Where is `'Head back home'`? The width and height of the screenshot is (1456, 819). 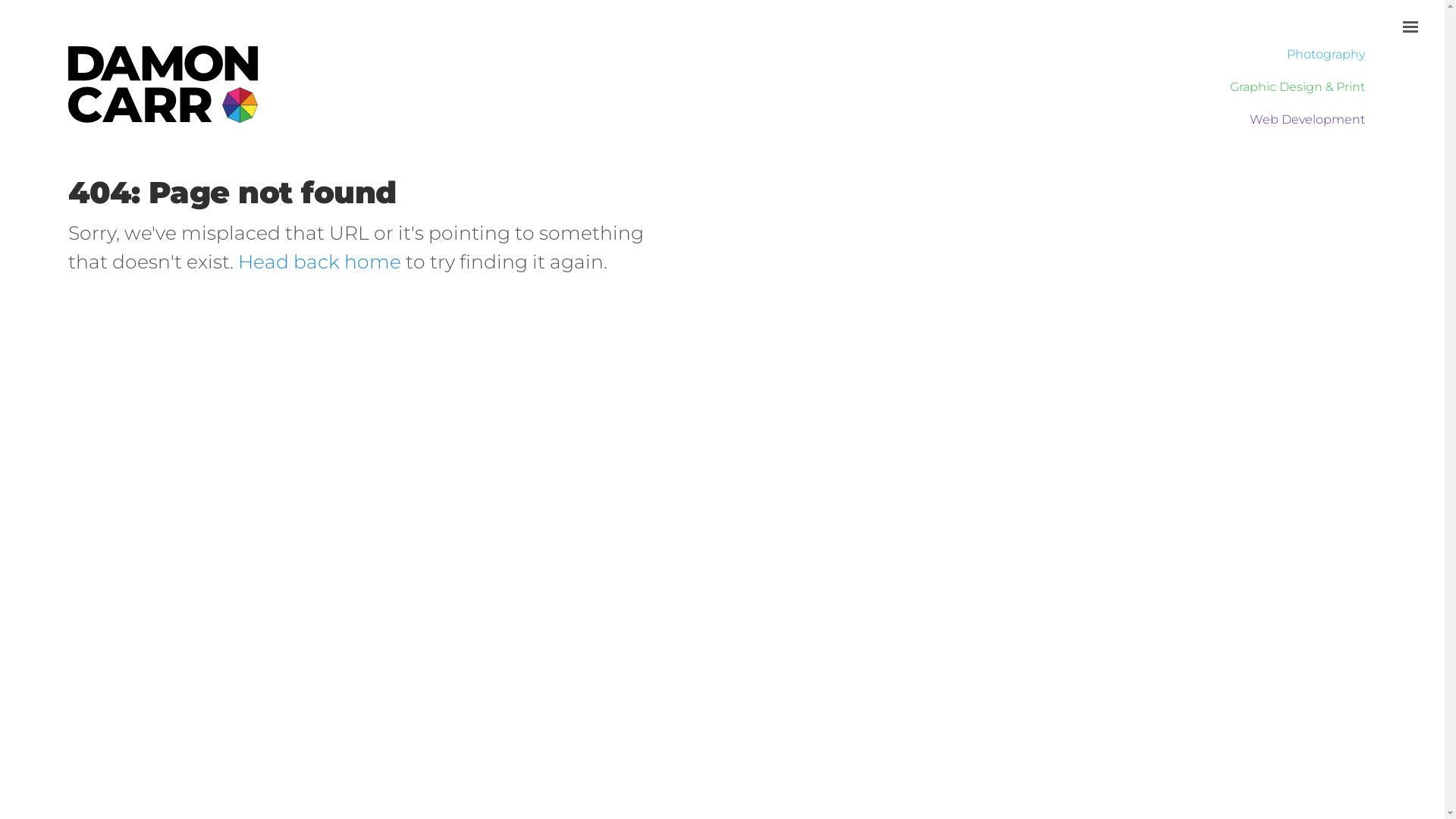 'Head back home' is located at coordinates (237, 260).